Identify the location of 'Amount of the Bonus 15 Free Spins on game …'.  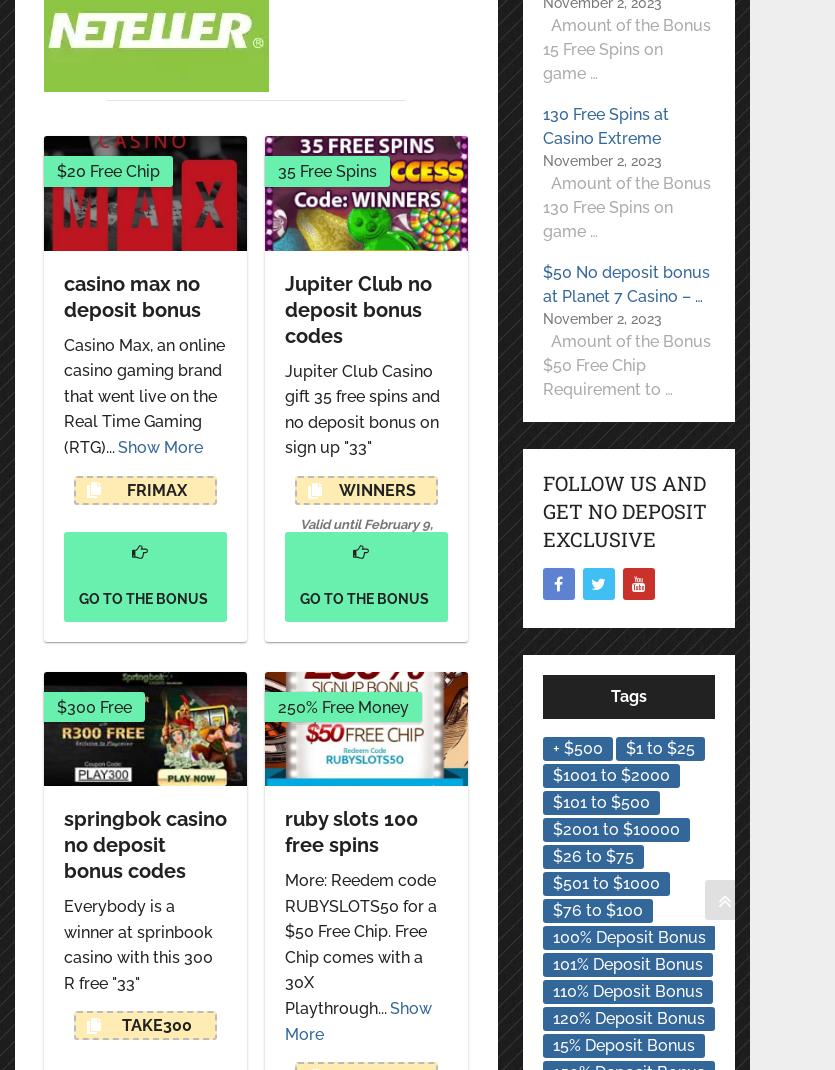
(624, 48).